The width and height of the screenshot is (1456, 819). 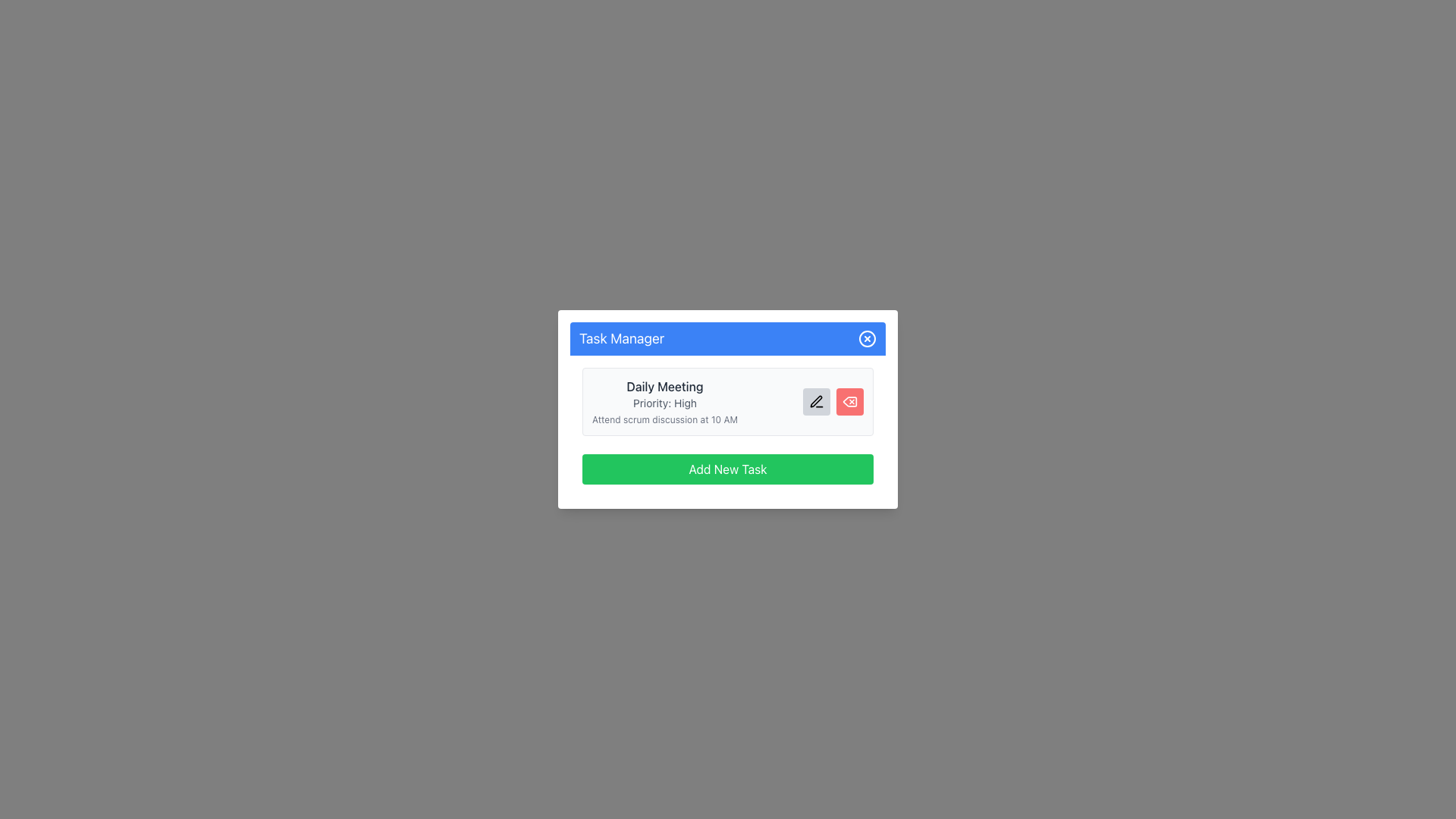 I want to click on the pen-shaped icon on the right side of the task box, so click(x=814, y=400).